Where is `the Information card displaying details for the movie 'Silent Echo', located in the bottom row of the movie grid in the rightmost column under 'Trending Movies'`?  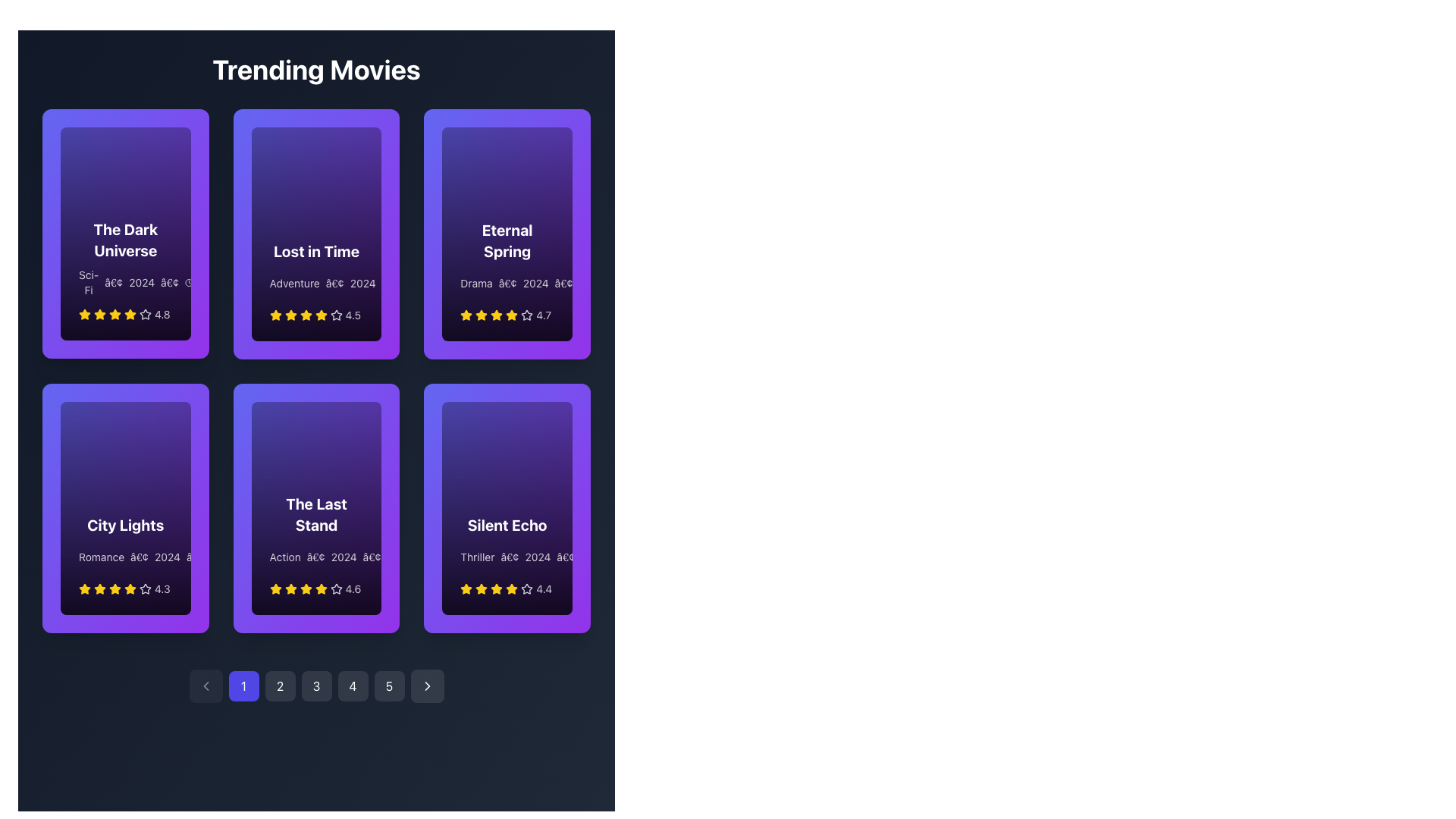 the Information card displaying details for the movie 'Silent Echo', located in the bottom row of the movie grid in the rightmost column under 'Trending Movies' is located at coordinates (507, 555).